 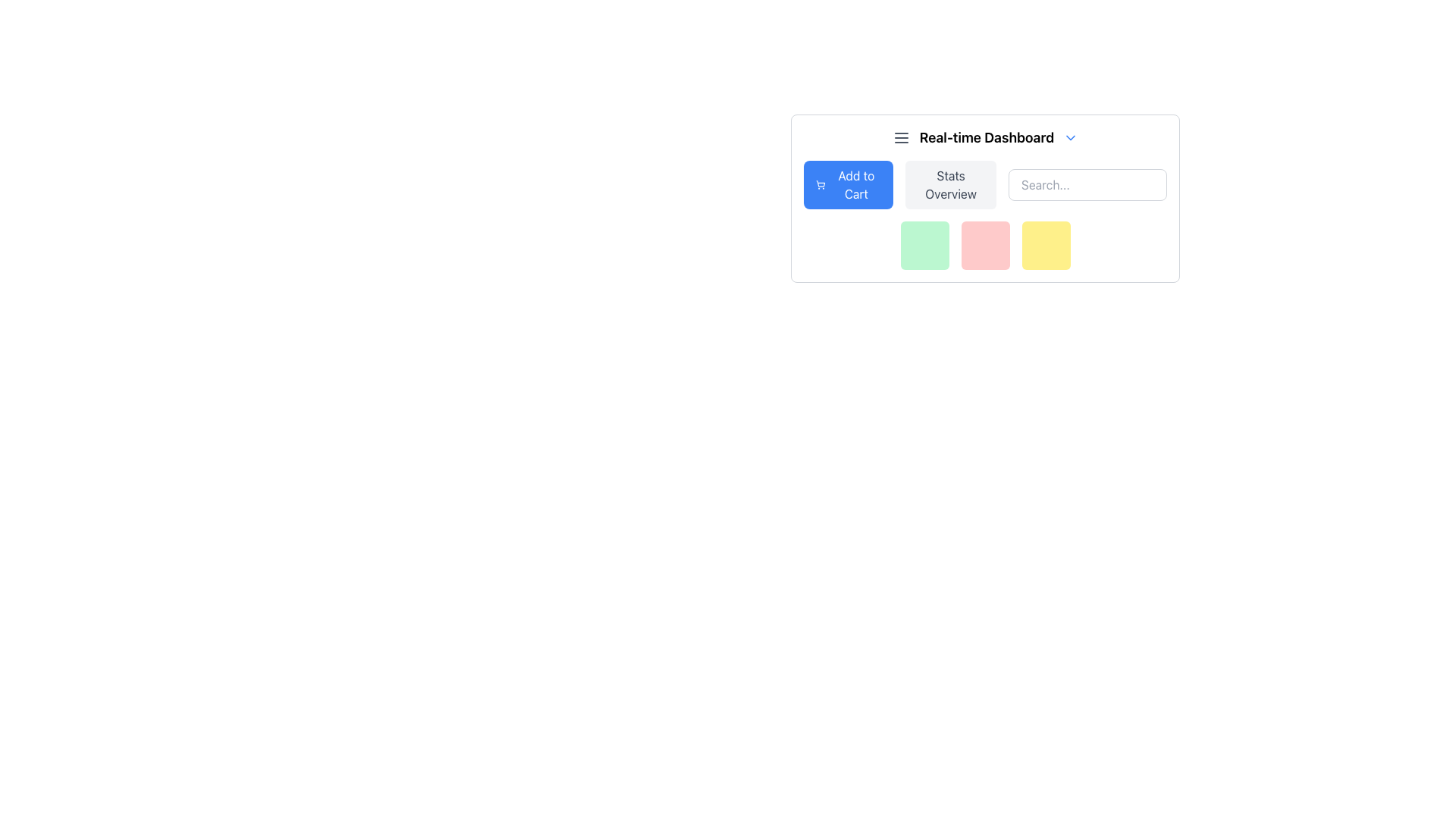 What do you see at coordinates (985, 245) in the screenshot?
I see `the middle decorative box in the row of three colored squares within the 'Real-time Dashboard' section, located below the 'Add to Cart' and 'Stats Overview' buttons` at bounding box center [985, 245].